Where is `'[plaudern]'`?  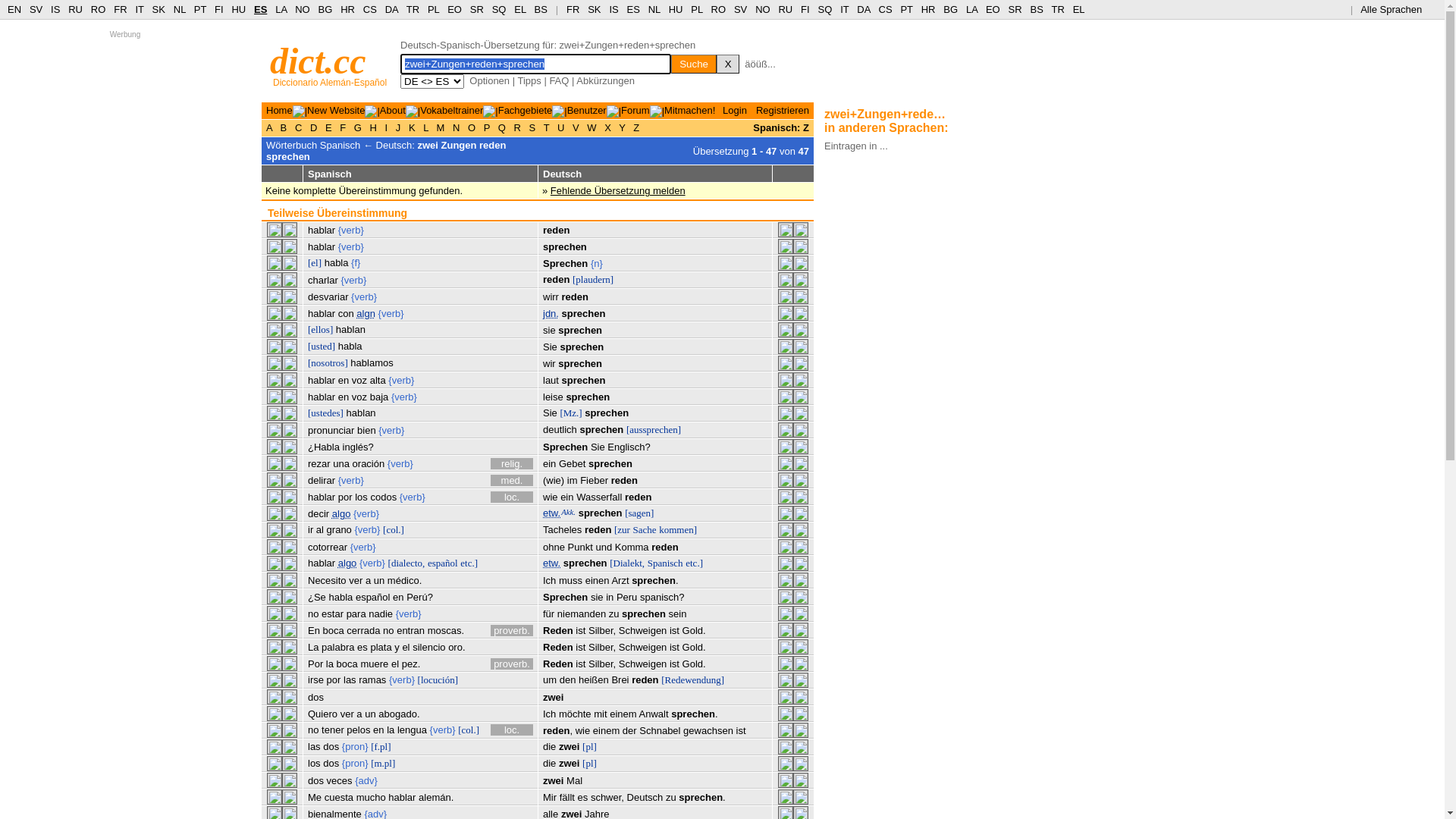
'[plaudern]' is located at coordinates (592, 279).